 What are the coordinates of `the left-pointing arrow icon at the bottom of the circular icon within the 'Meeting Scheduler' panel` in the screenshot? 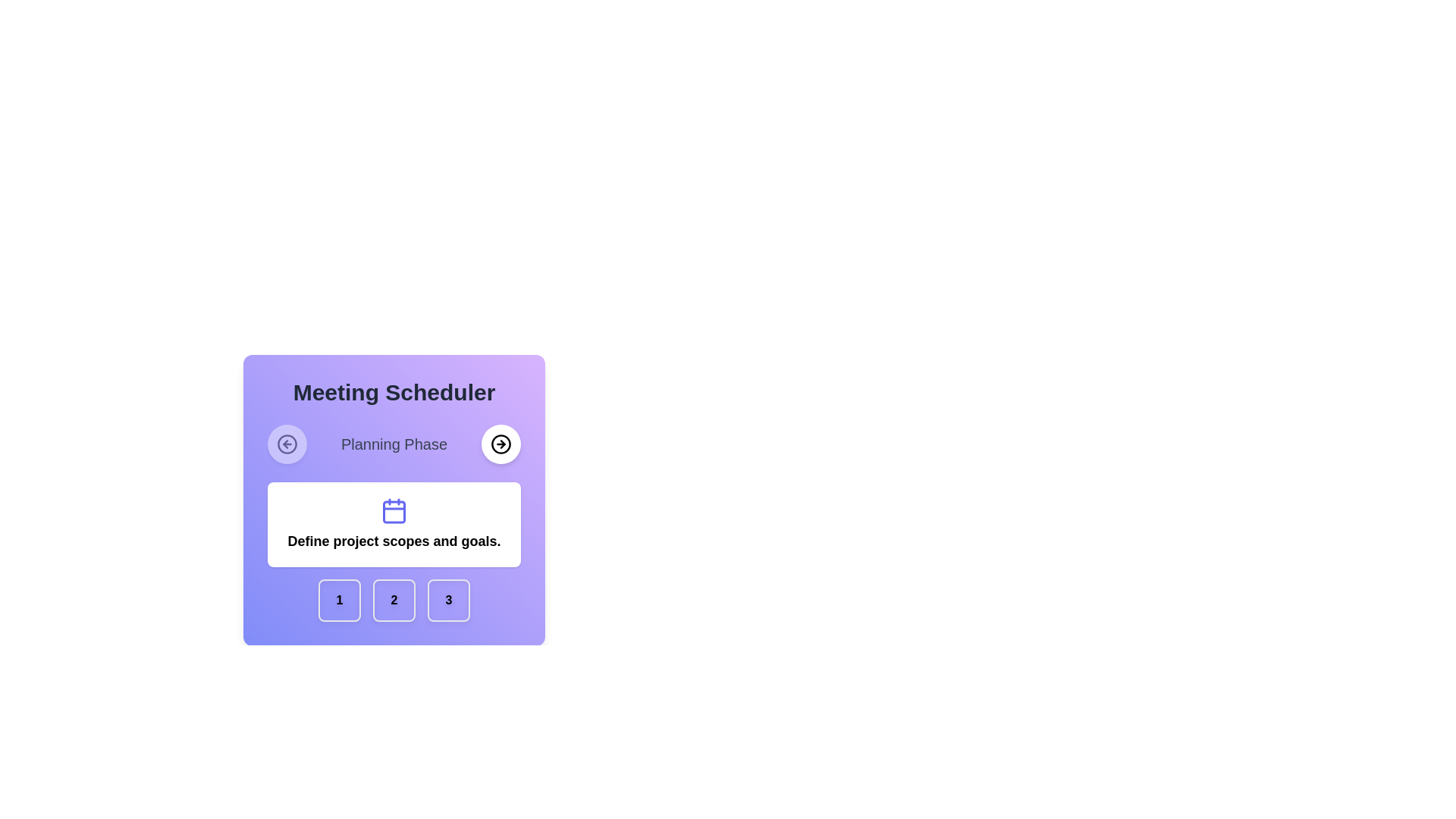 It's located at (285, 444).